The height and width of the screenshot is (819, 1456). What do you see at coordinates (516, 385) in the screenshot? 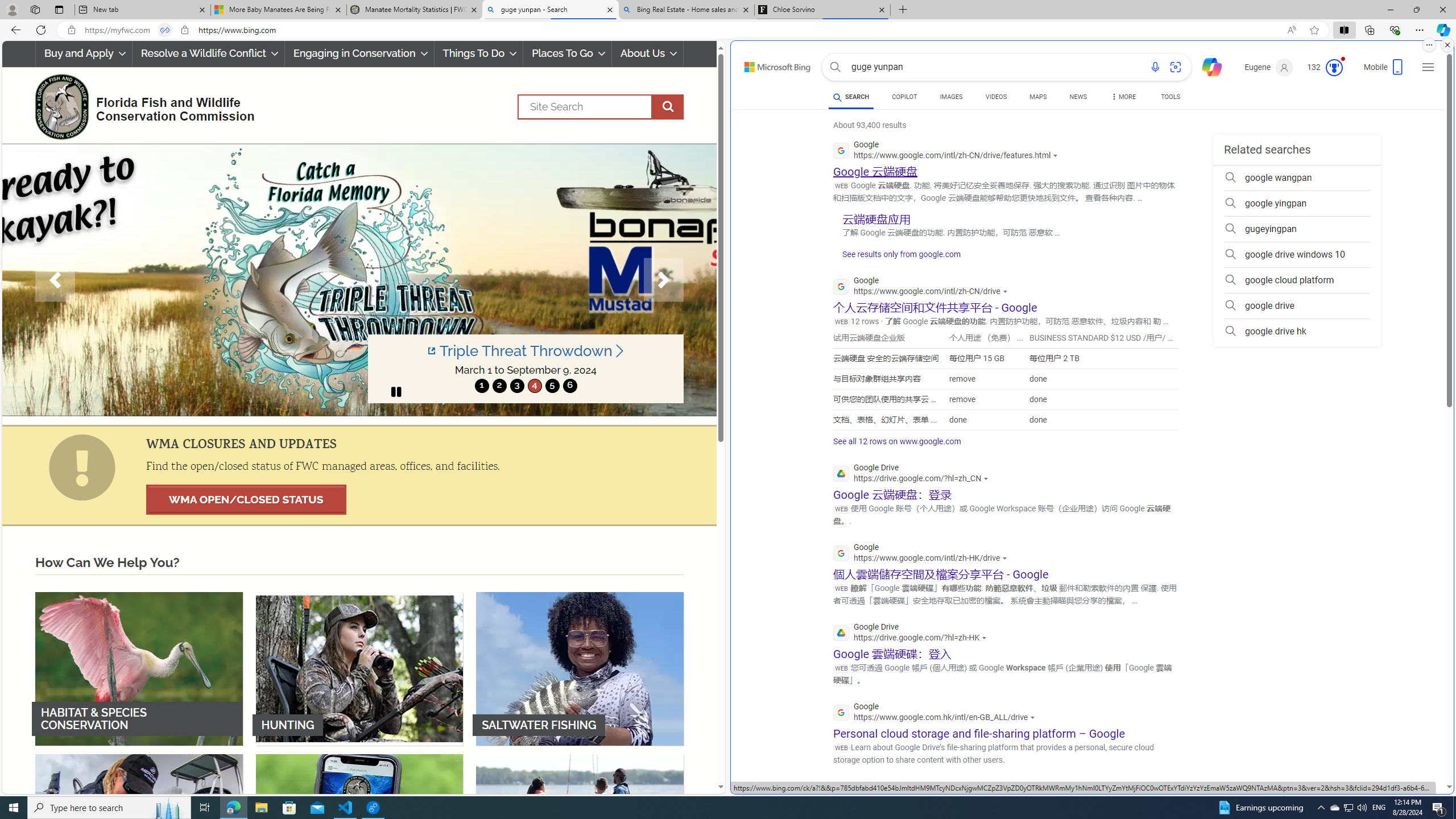
I see `'3'` at bounding box center [516, 385].